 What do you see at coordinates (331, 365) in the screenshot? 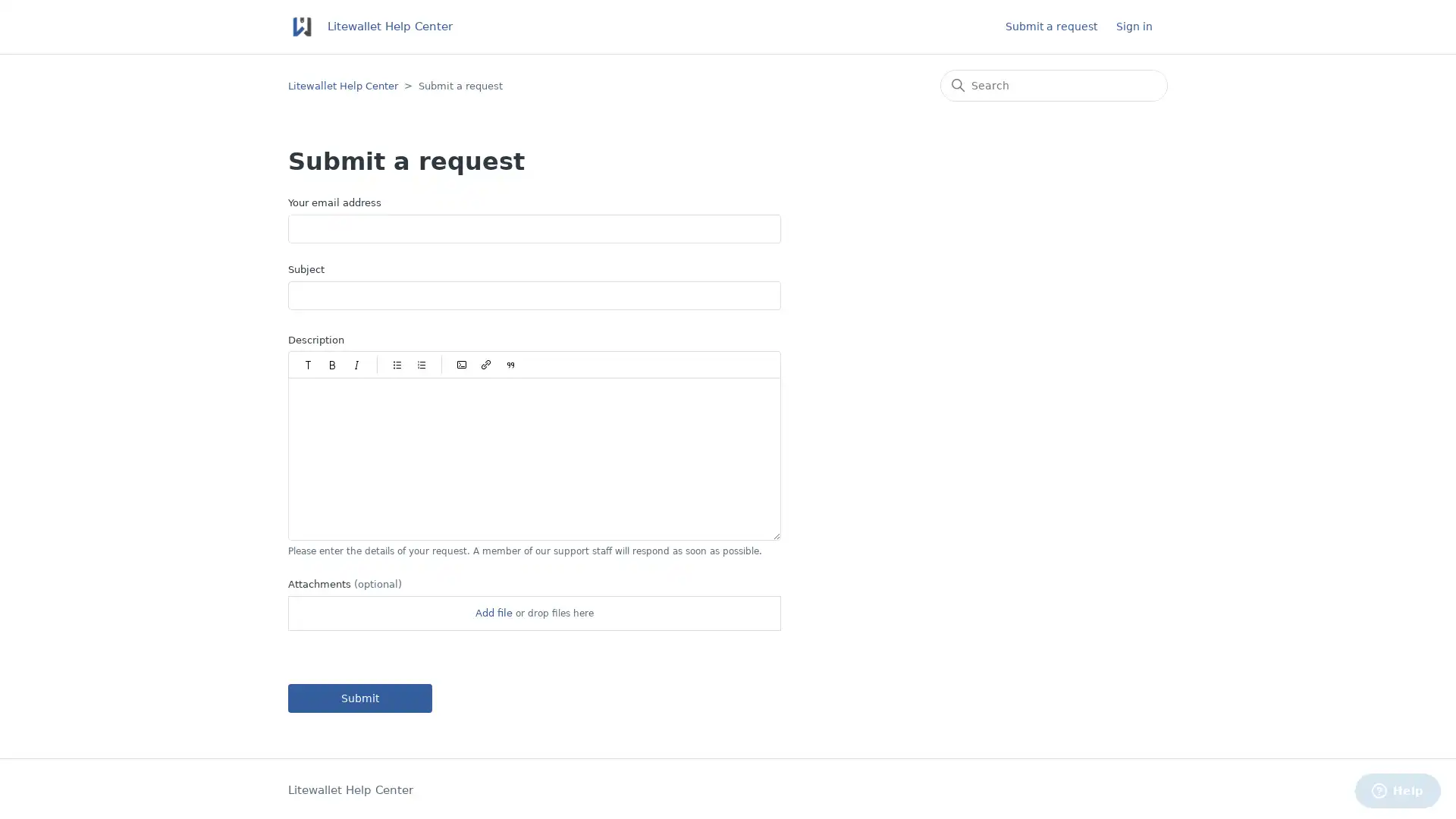
I see `Bold` at bounding box center [331, 365].